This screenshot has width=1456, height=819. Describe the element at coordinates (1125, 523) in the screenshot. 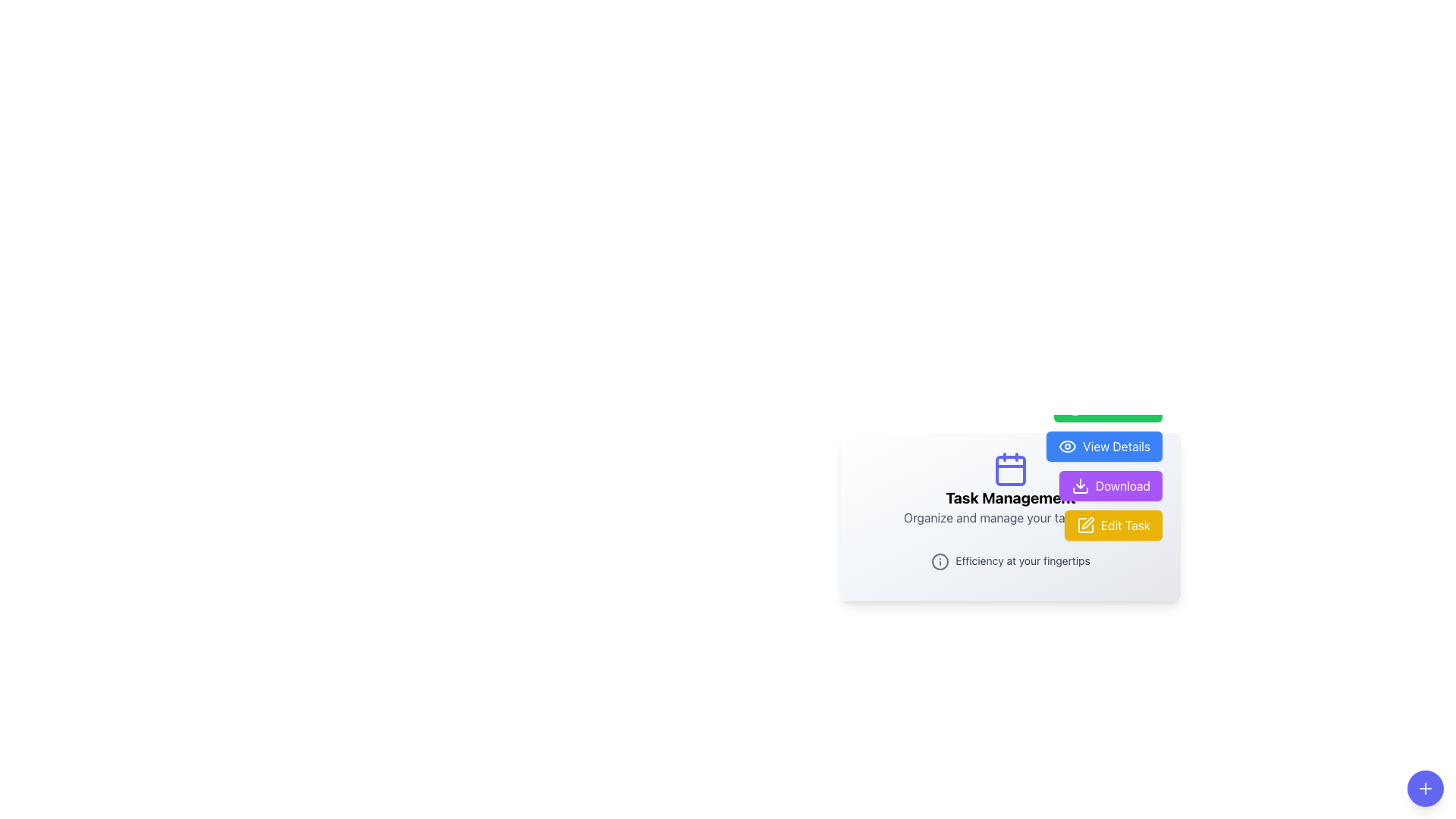

I see `the 'Edit Task' text label integrated into the button component to invoke the edit action` at that location.